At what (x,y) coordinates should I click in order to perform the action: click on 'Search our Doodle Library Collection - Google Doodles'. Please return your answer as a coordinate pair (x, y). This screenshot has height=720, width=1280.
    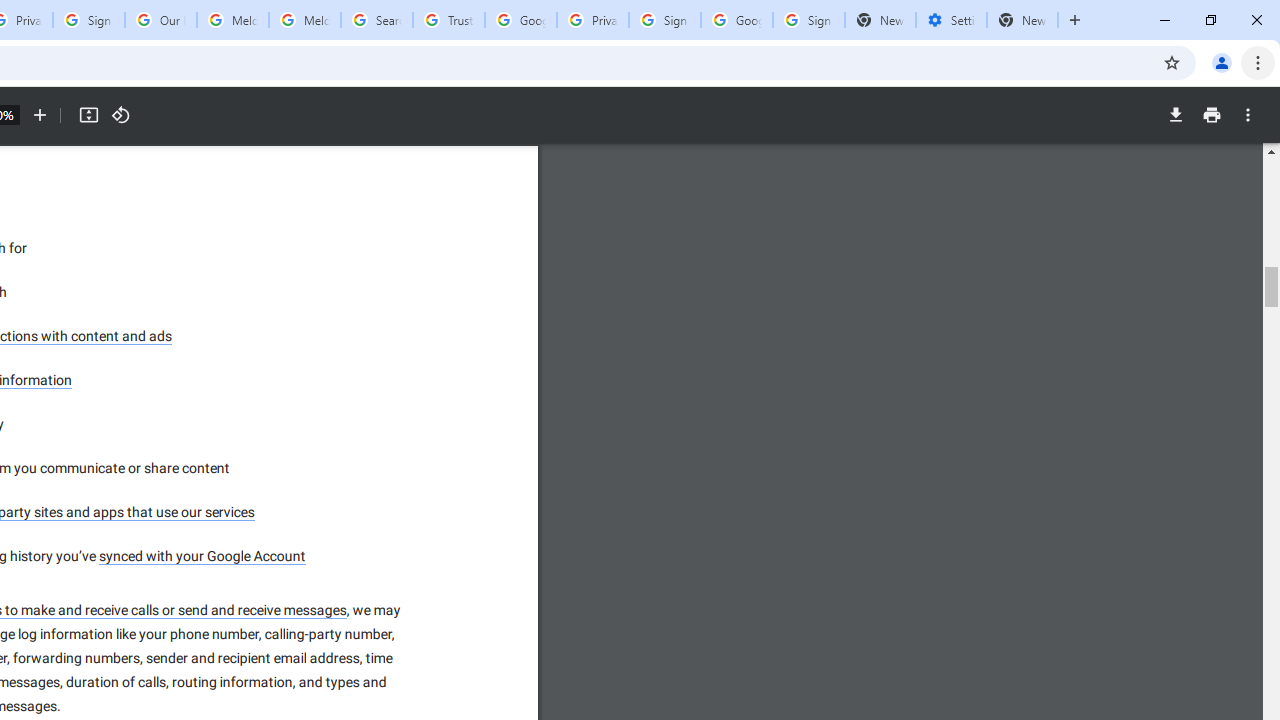
    Looking at the image, I should click on (376, 20).